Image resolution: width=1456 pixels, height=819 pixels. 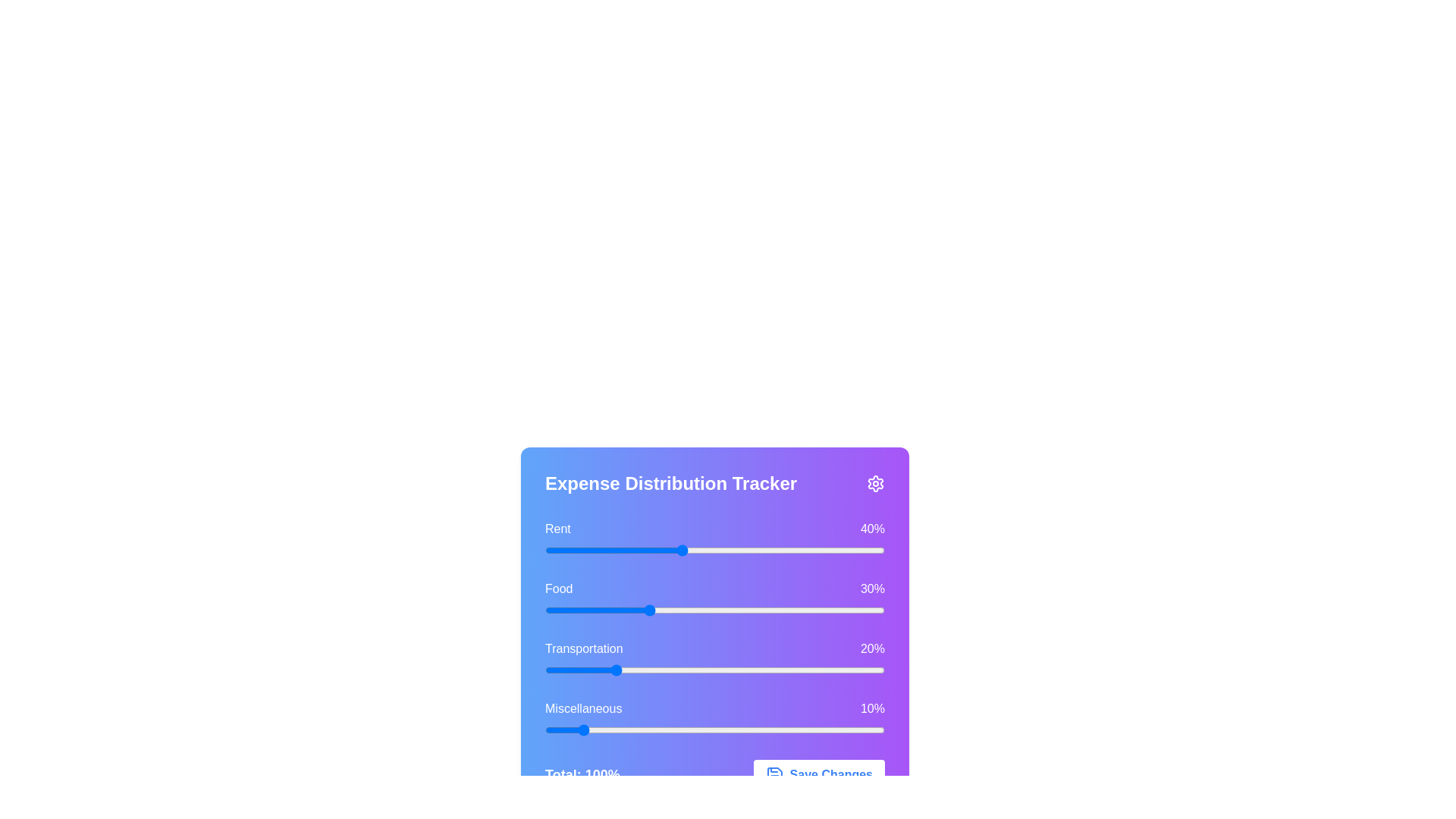 What do you see at coordinates (833, 730) in the screenshot?
I see `the Miscellaneous slider` at bounding box center [833, 730].